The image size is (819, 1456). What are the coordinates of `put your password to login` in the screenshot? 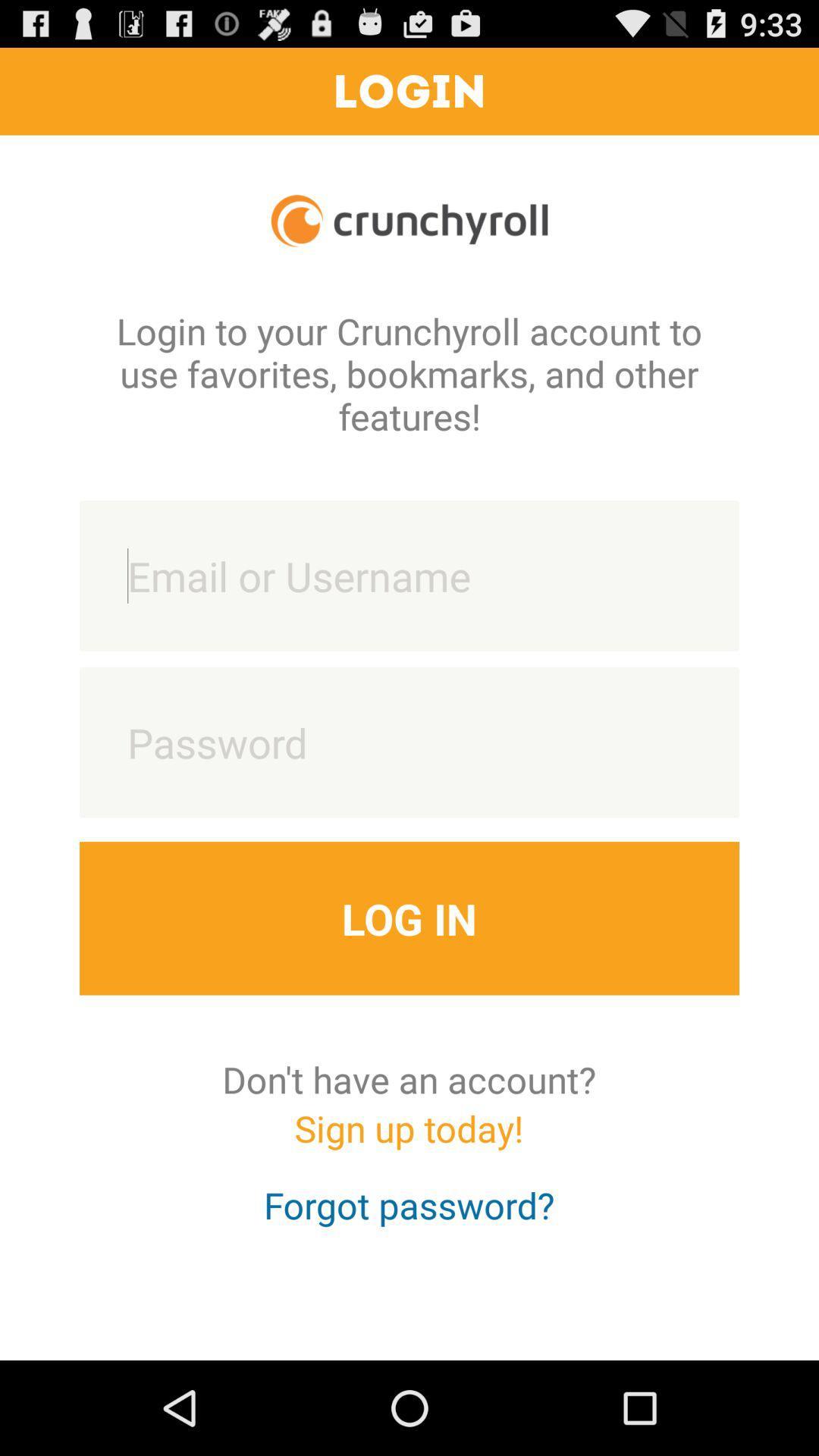 It's located at (409, 742).